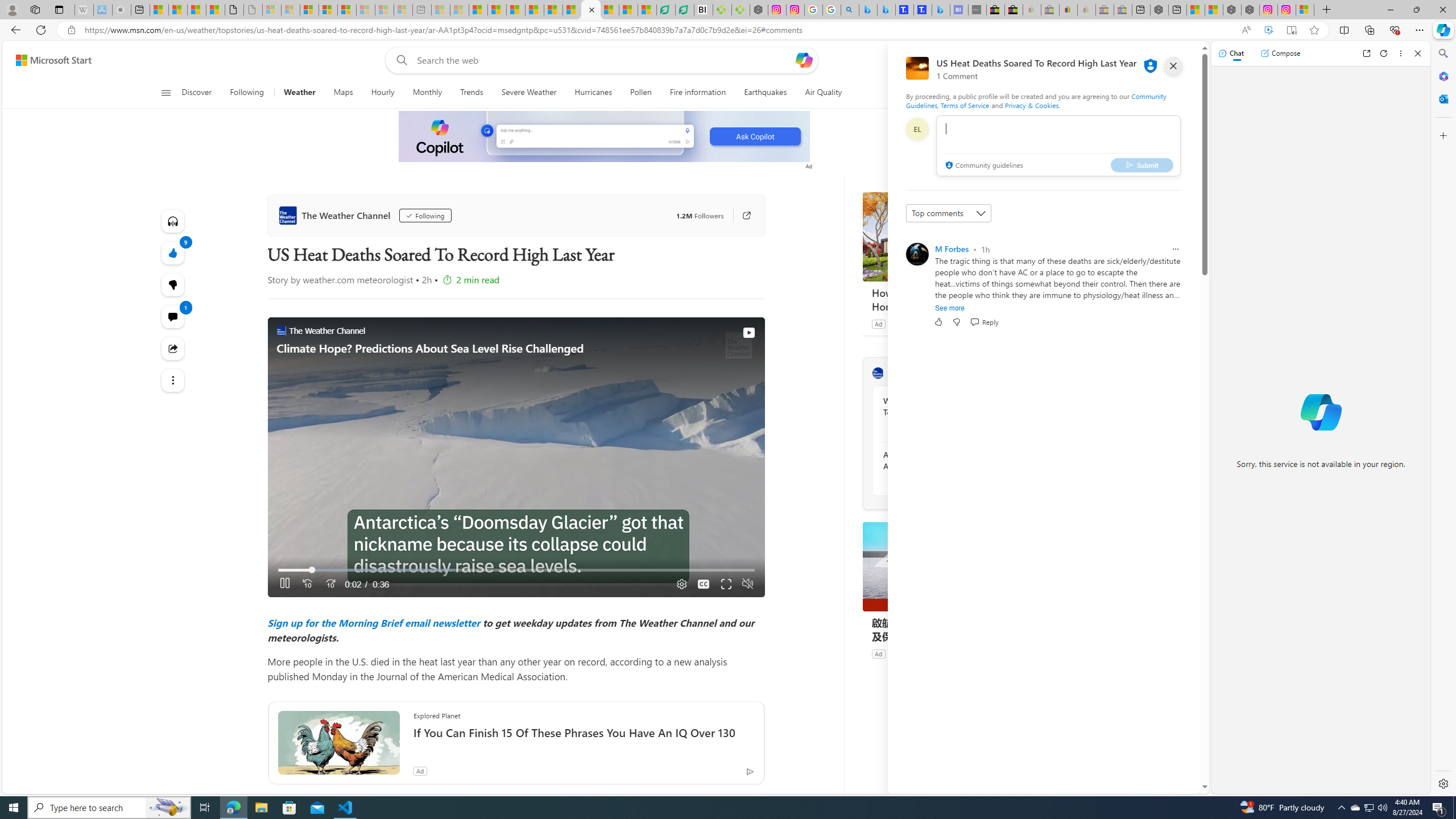  I want to click on 'Progress Bar', so click(515, 570).